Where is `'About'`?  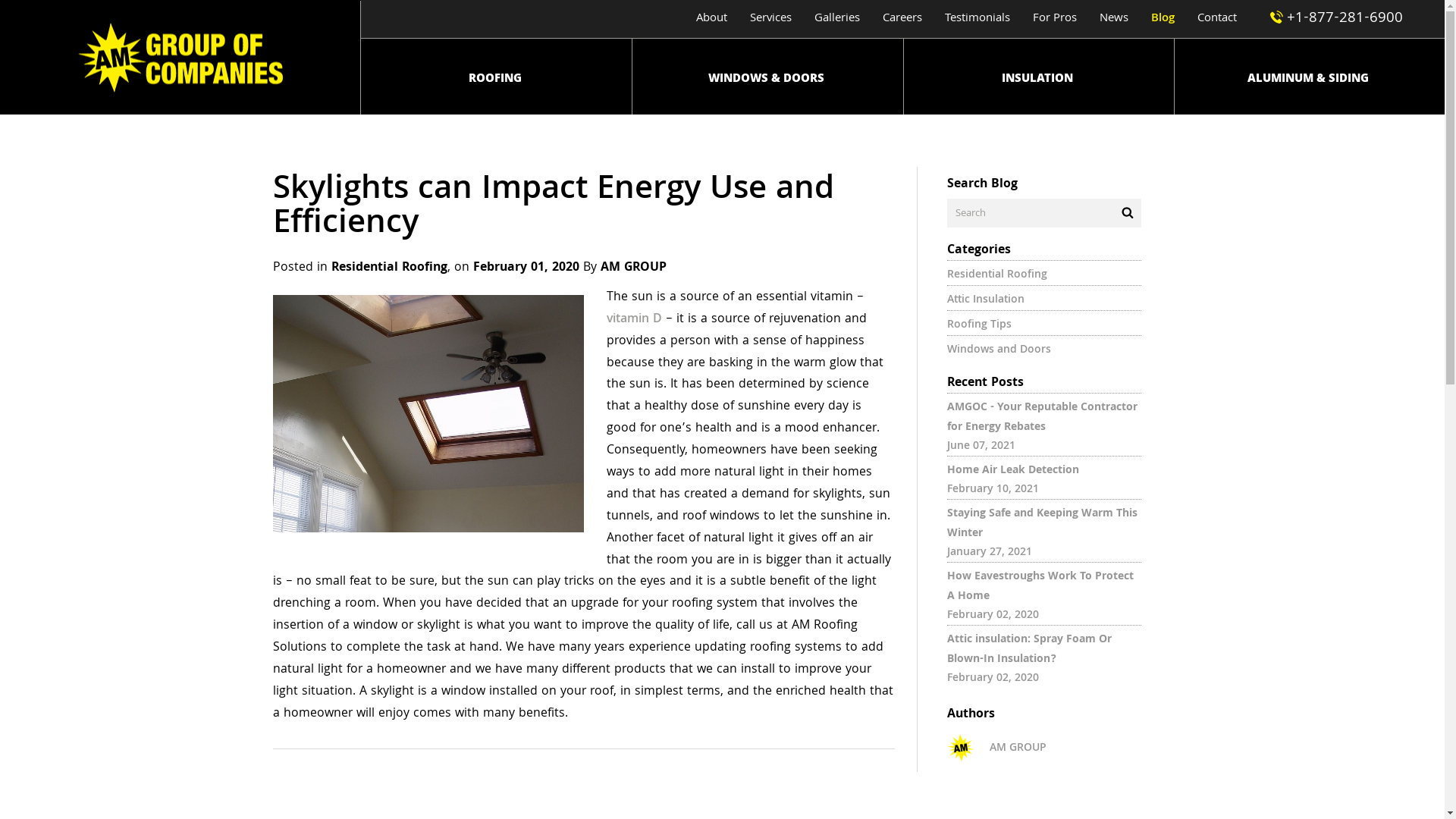
'About' is located at coordinates (711, 18).